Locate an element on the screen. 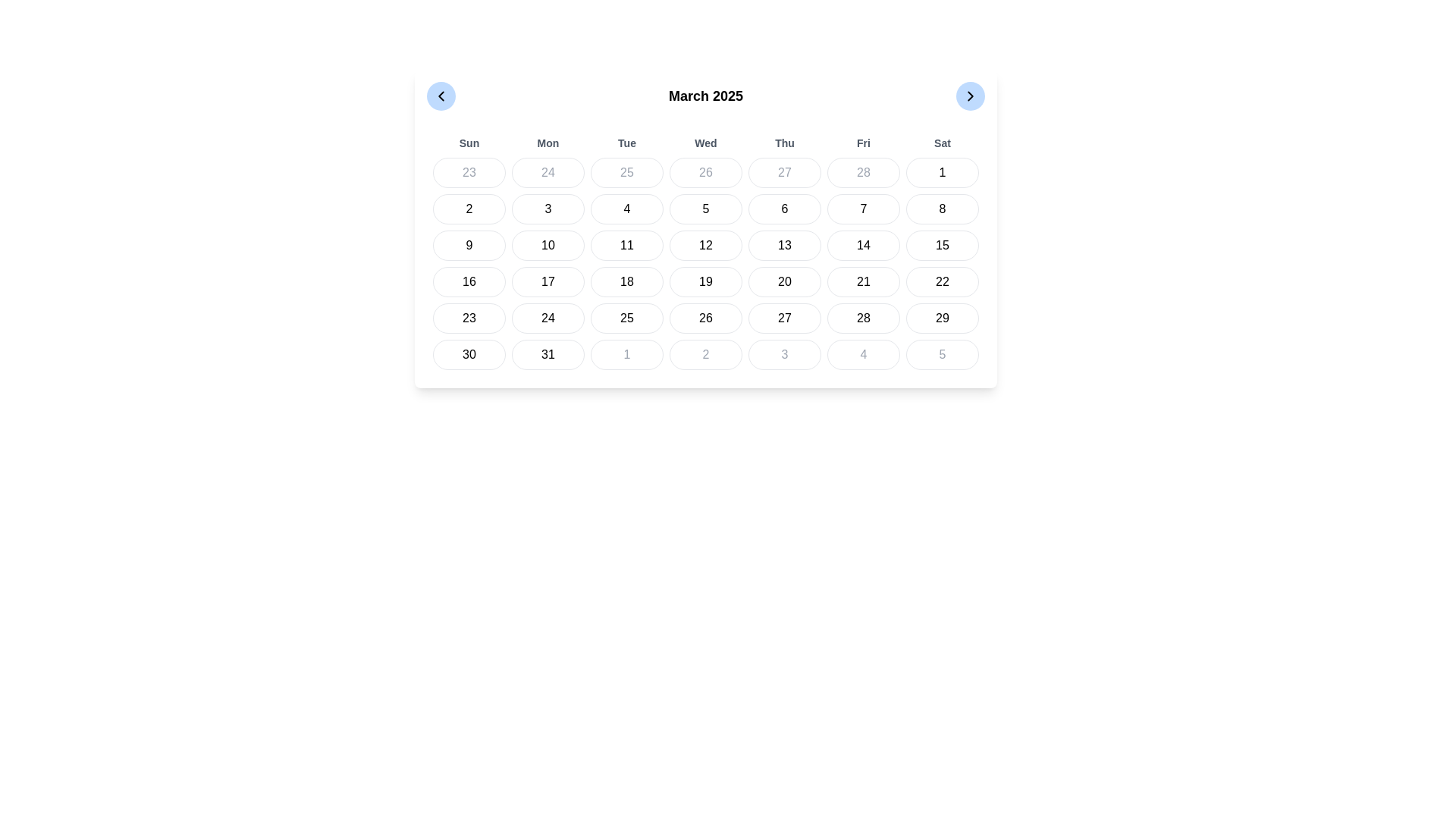 The image size is (1456, 819). the text label displaying 'Sun', which is the first element in a sequence of day abbreviations at the top of the calendar layout is located at coordinates (469, 143).